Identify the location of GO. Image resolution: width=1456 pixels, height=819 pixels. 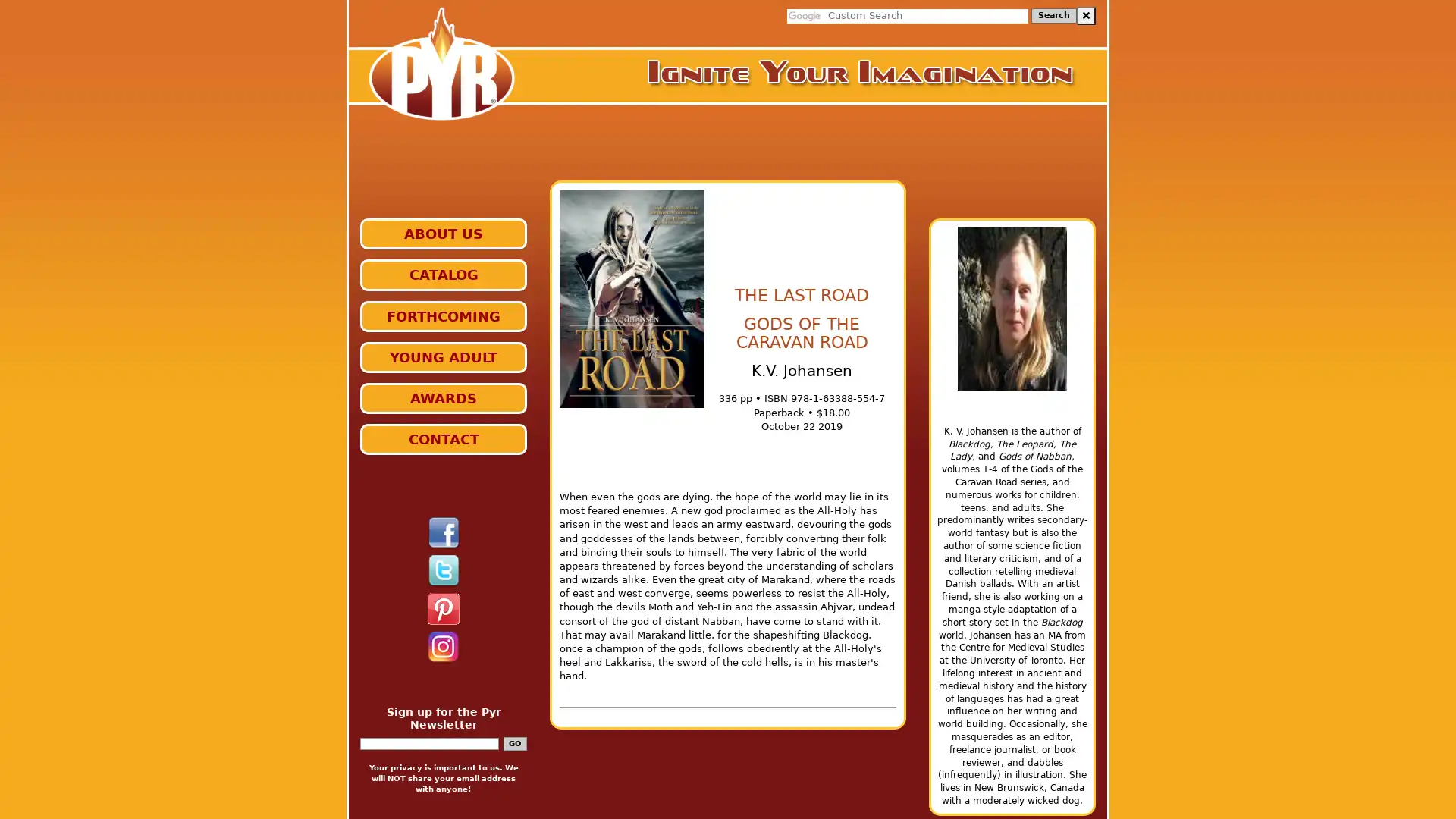
(514, 742).